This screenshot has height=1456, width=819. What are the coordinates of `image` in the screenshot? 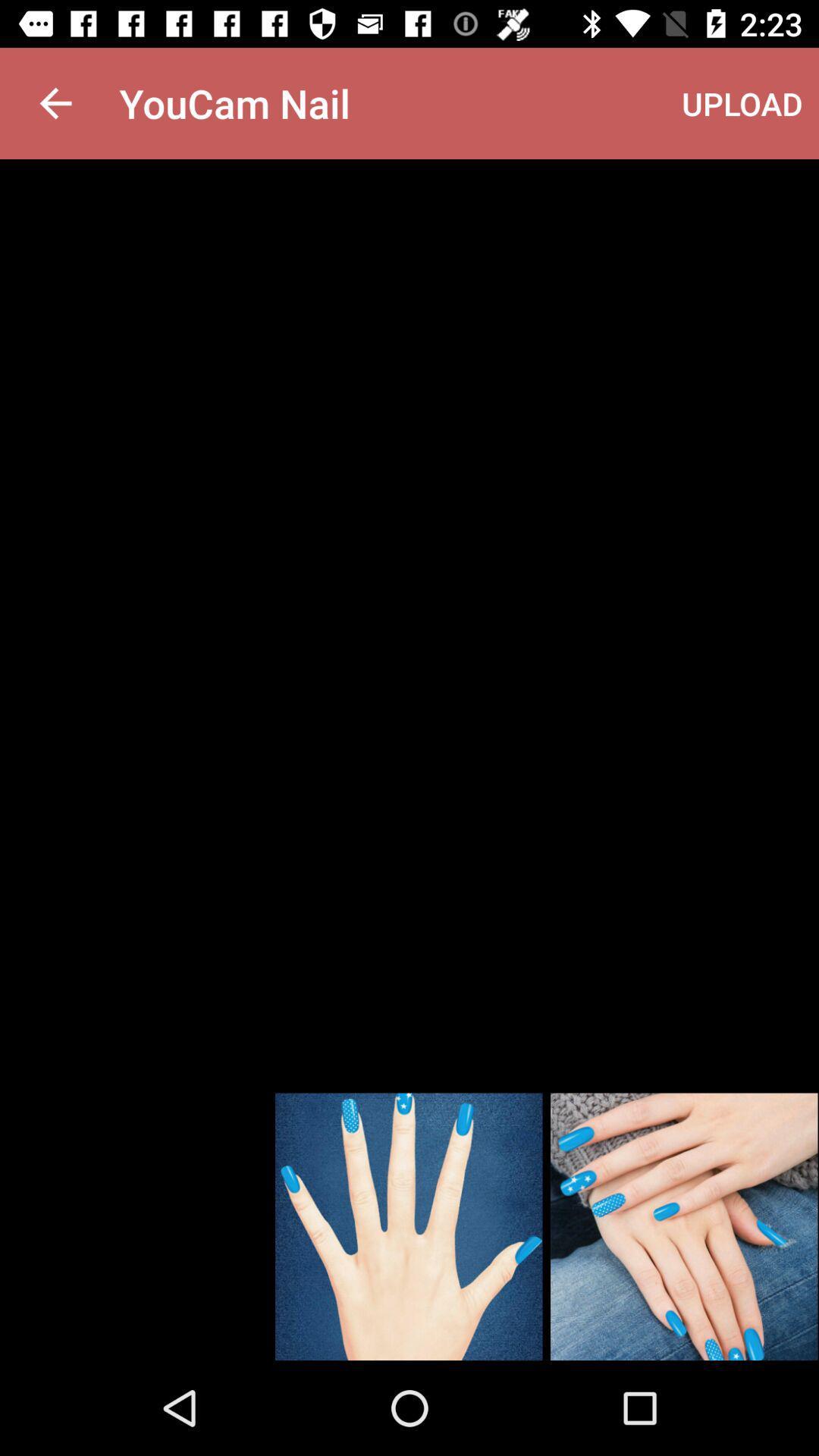 It's located at (684, 1226).